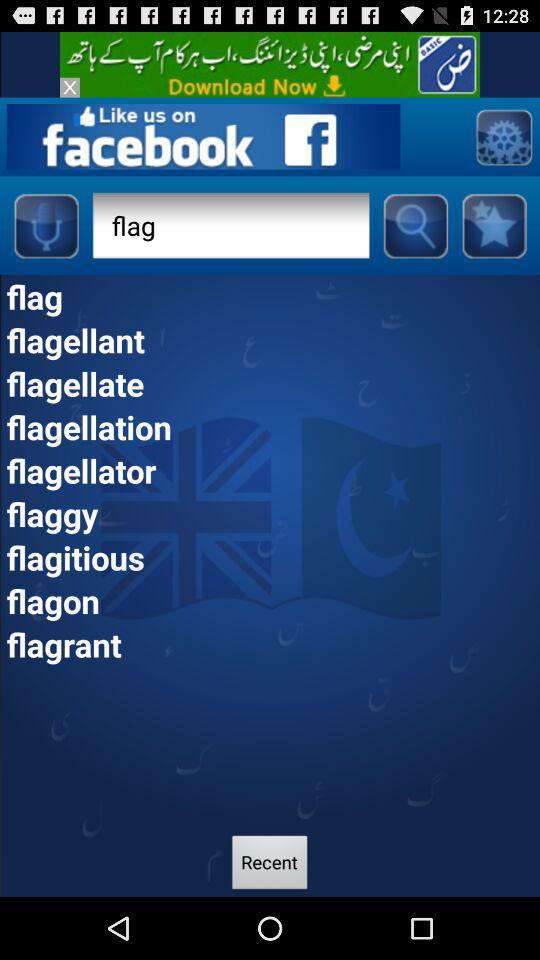  What do you see at coordinates (270, 64) in the screenshot?
I see `advertisement` at bounding box center [270, 64].